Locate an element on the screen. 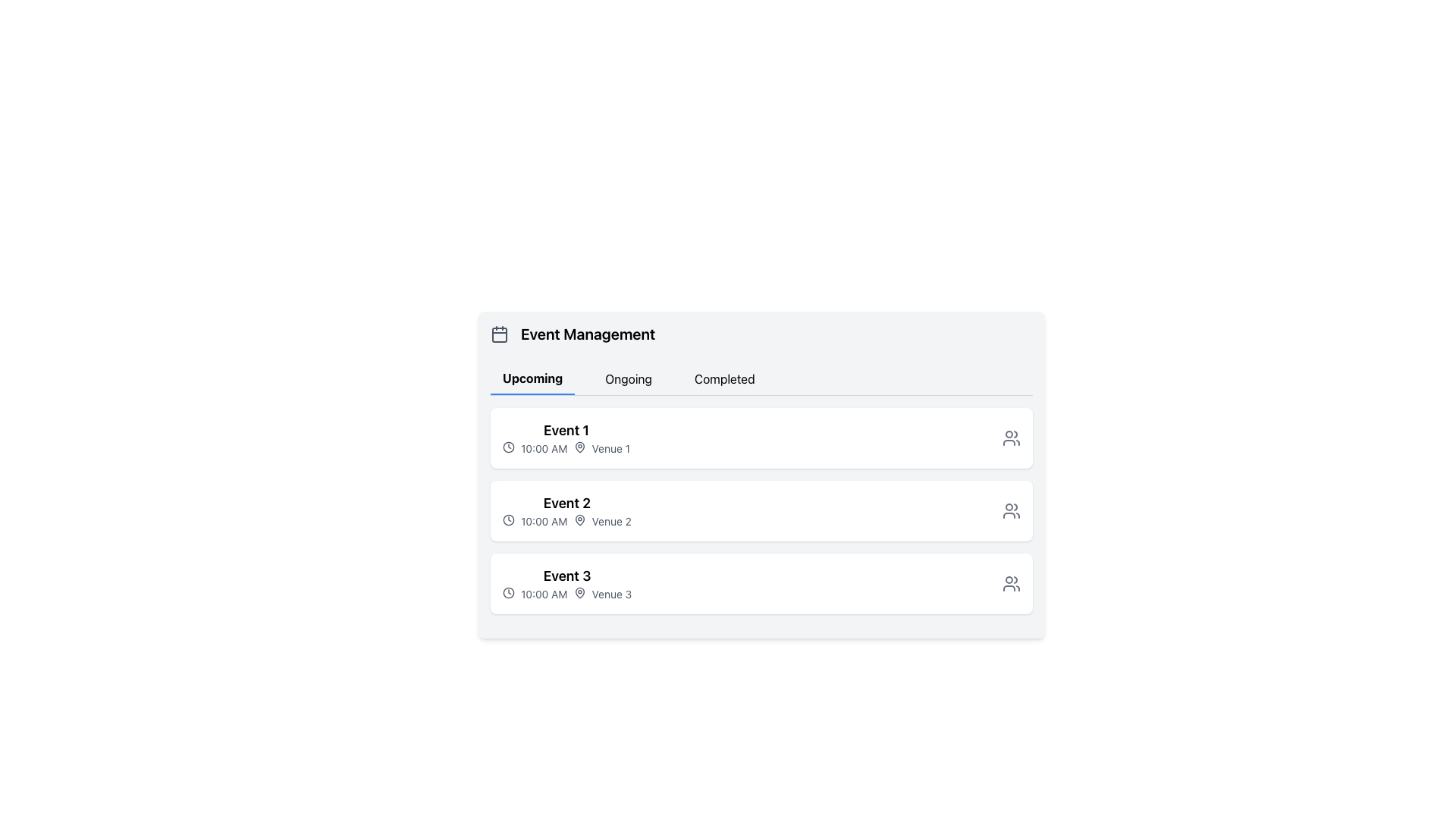 This screenshot has height=819, width=1456. the map pin icon in the 'Event 3' section, which is located immediately before the text 'Venue 3' is located at coordinates (579, 592).